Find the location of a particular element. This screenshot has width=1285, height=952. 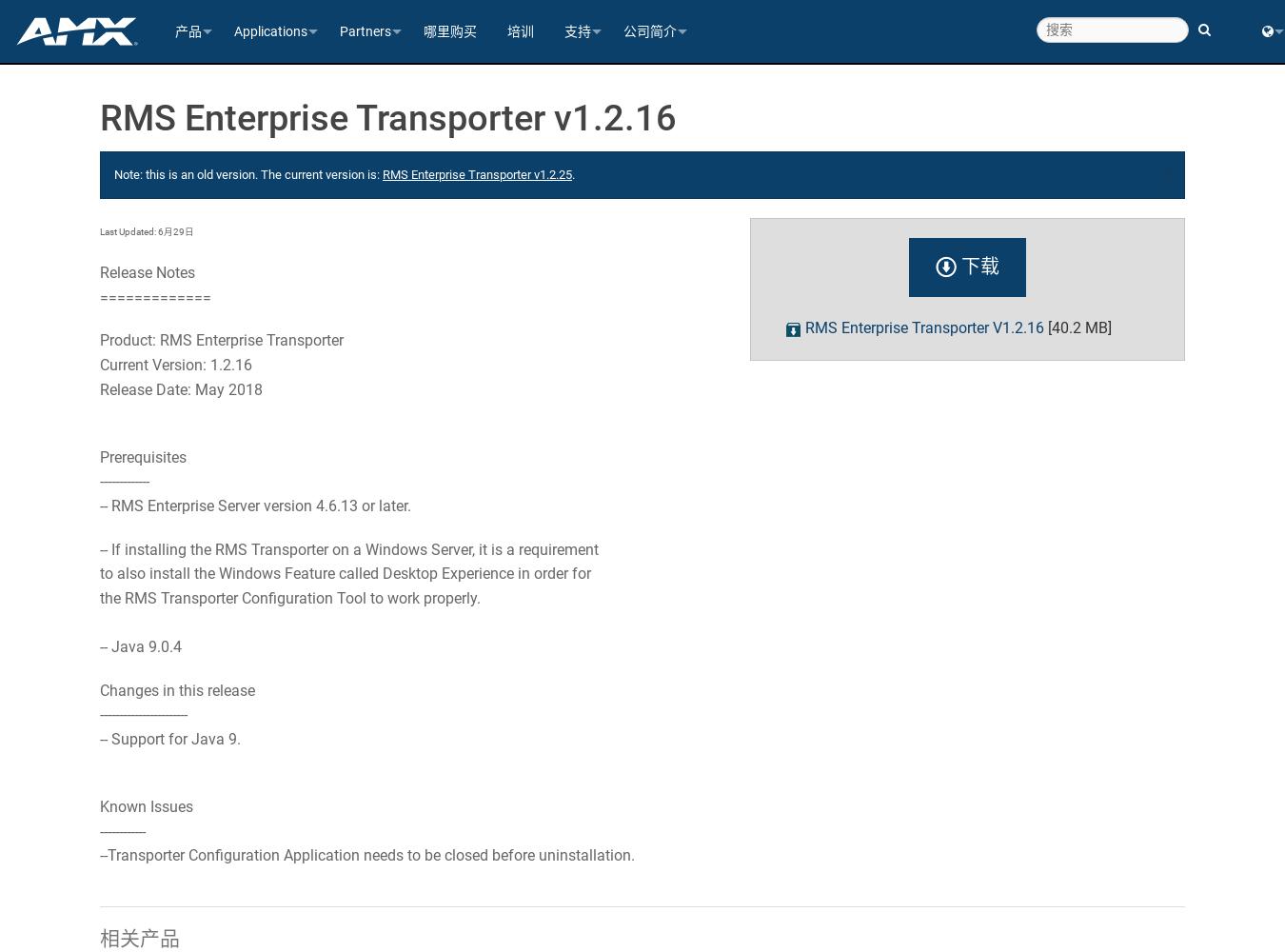

'-- Support for Java 9.' is located at coordinates (170, 738).